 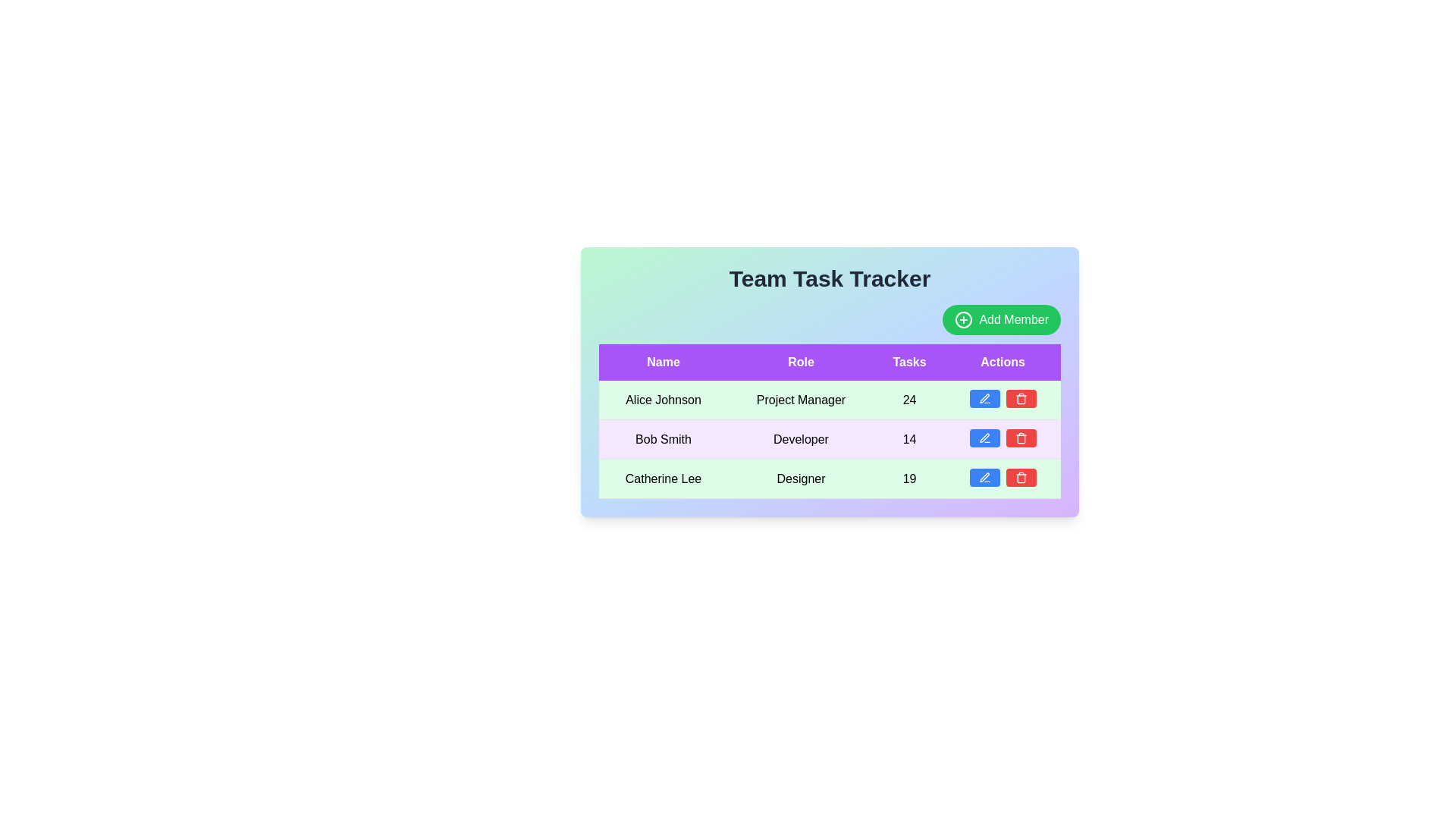 I want to click on the edit button for the team member identified by Alice Johnson, so click(x=984, y=397).